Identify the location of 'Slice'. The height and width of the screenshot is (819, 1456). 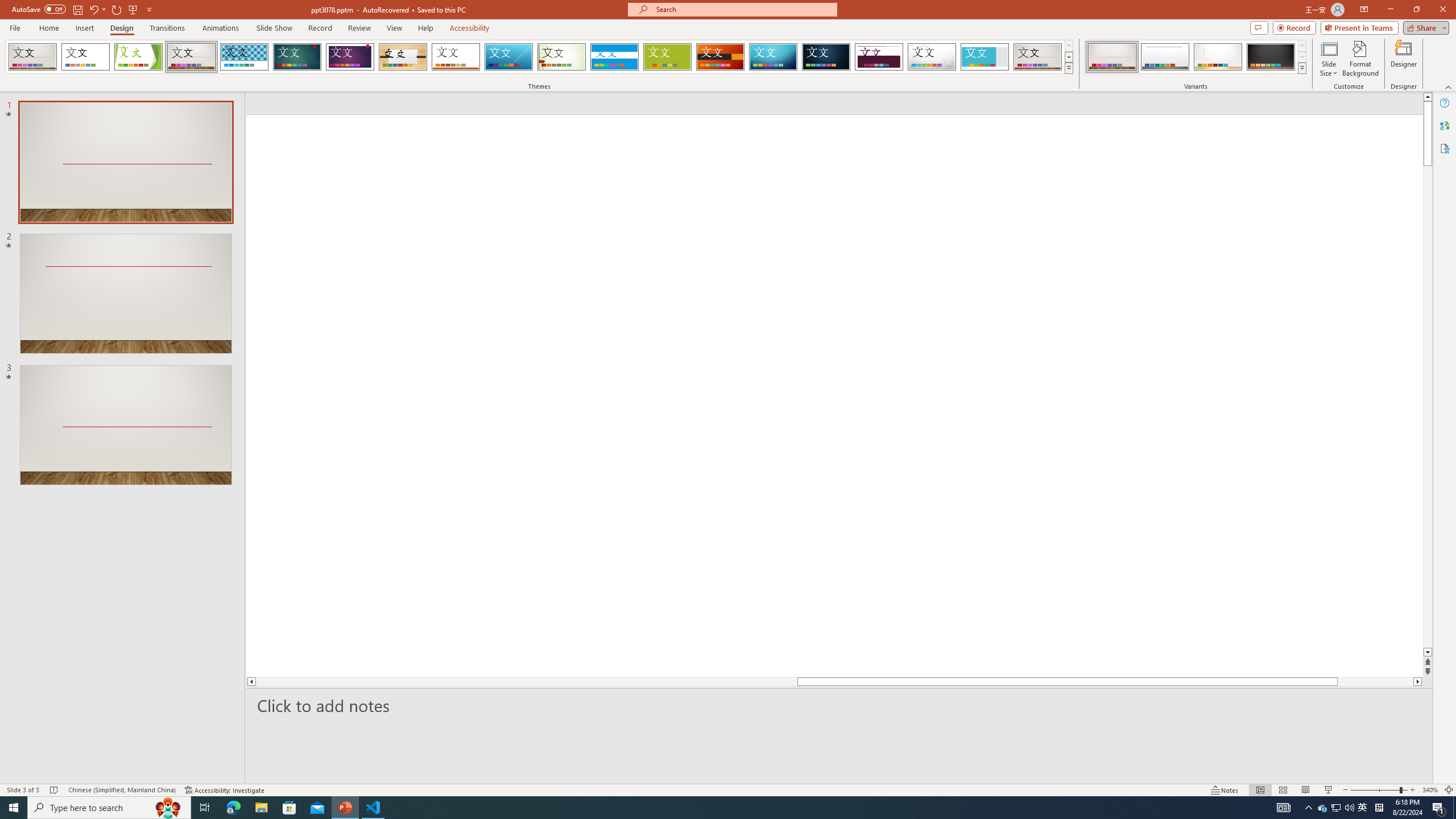
(508, 56).